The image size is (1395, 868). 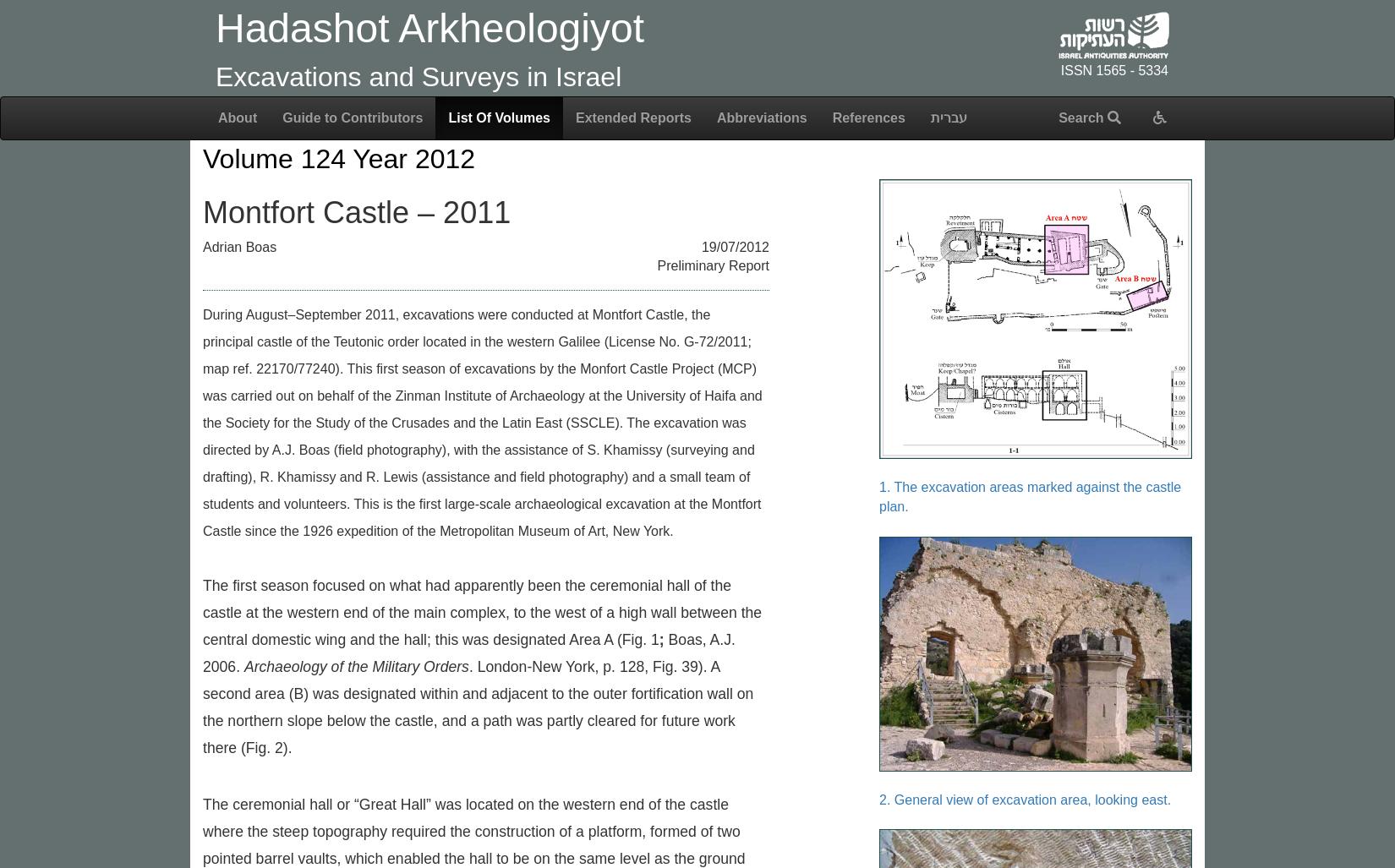 What do you see at coordinates (1030, 496) in the screenshot?
I see `'1.  The excavation areas marked against the castle plan.'` at bounding box center [1030, 496].